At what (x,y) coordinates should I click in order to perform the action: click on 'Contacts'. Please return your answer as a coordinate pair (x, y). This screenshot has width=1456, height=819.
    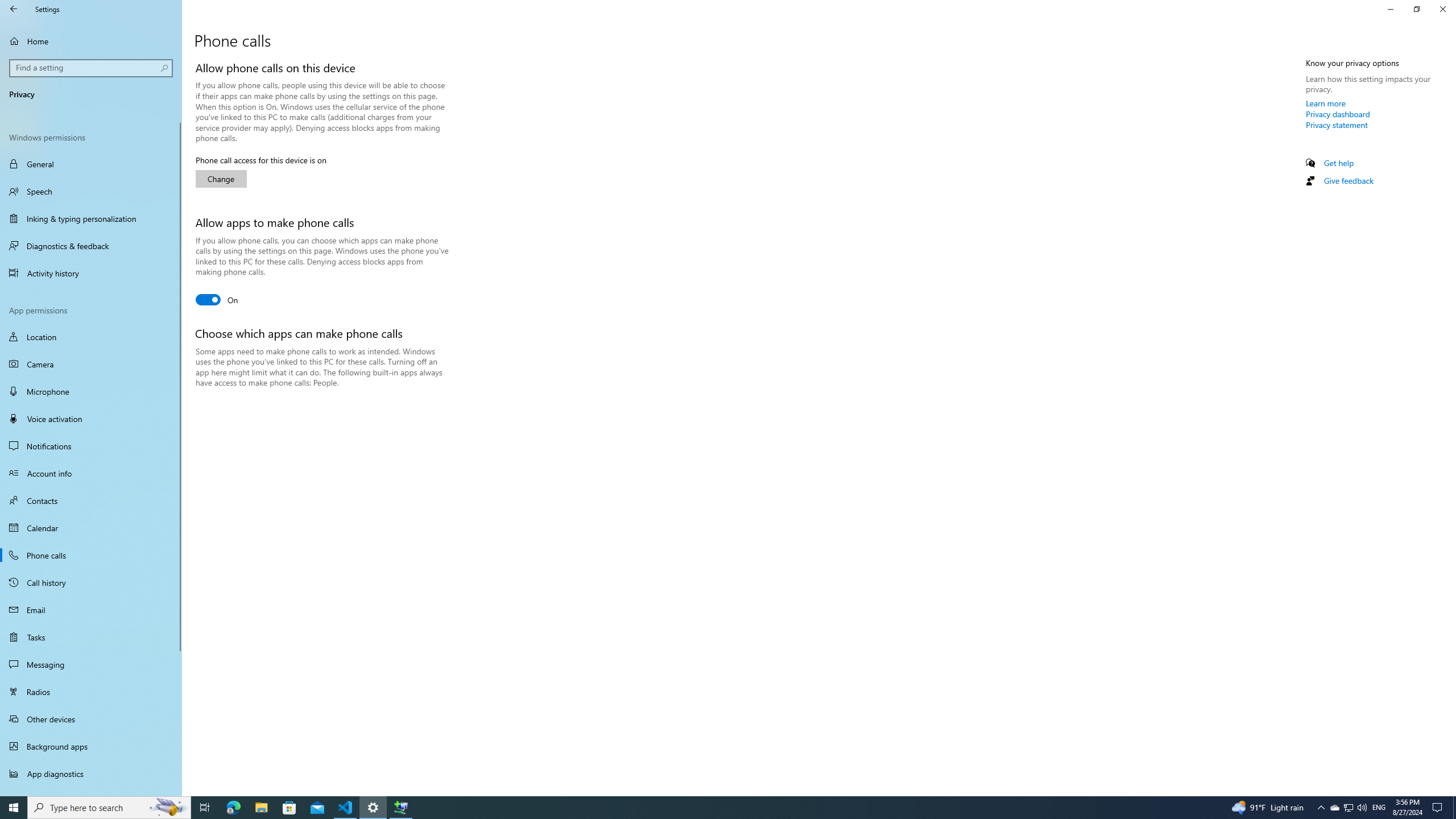
    Looking at the image, I should click on (90, 499).